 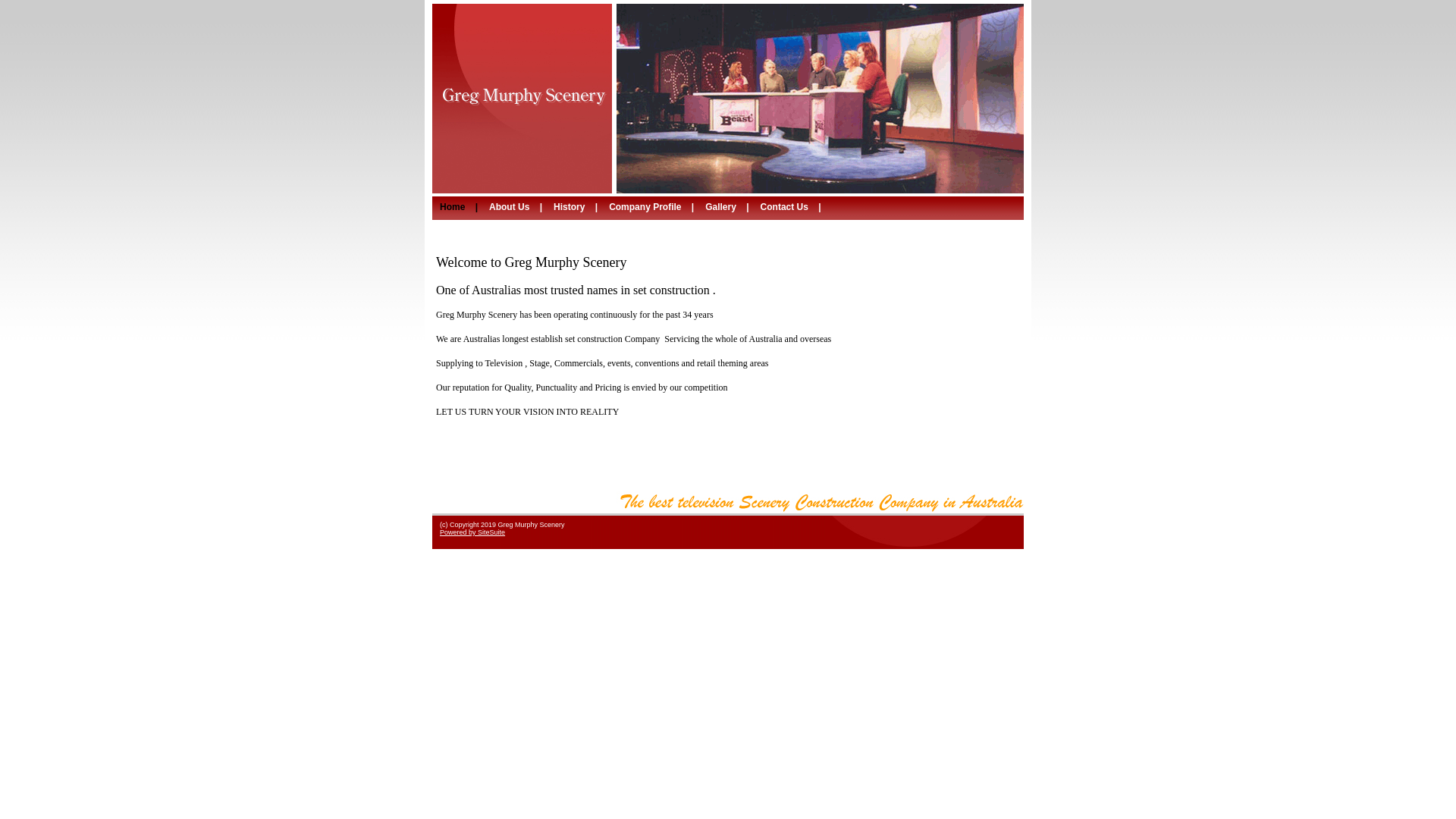 I want to click on 'Gallery    |   ', so click(x=728, y=207).